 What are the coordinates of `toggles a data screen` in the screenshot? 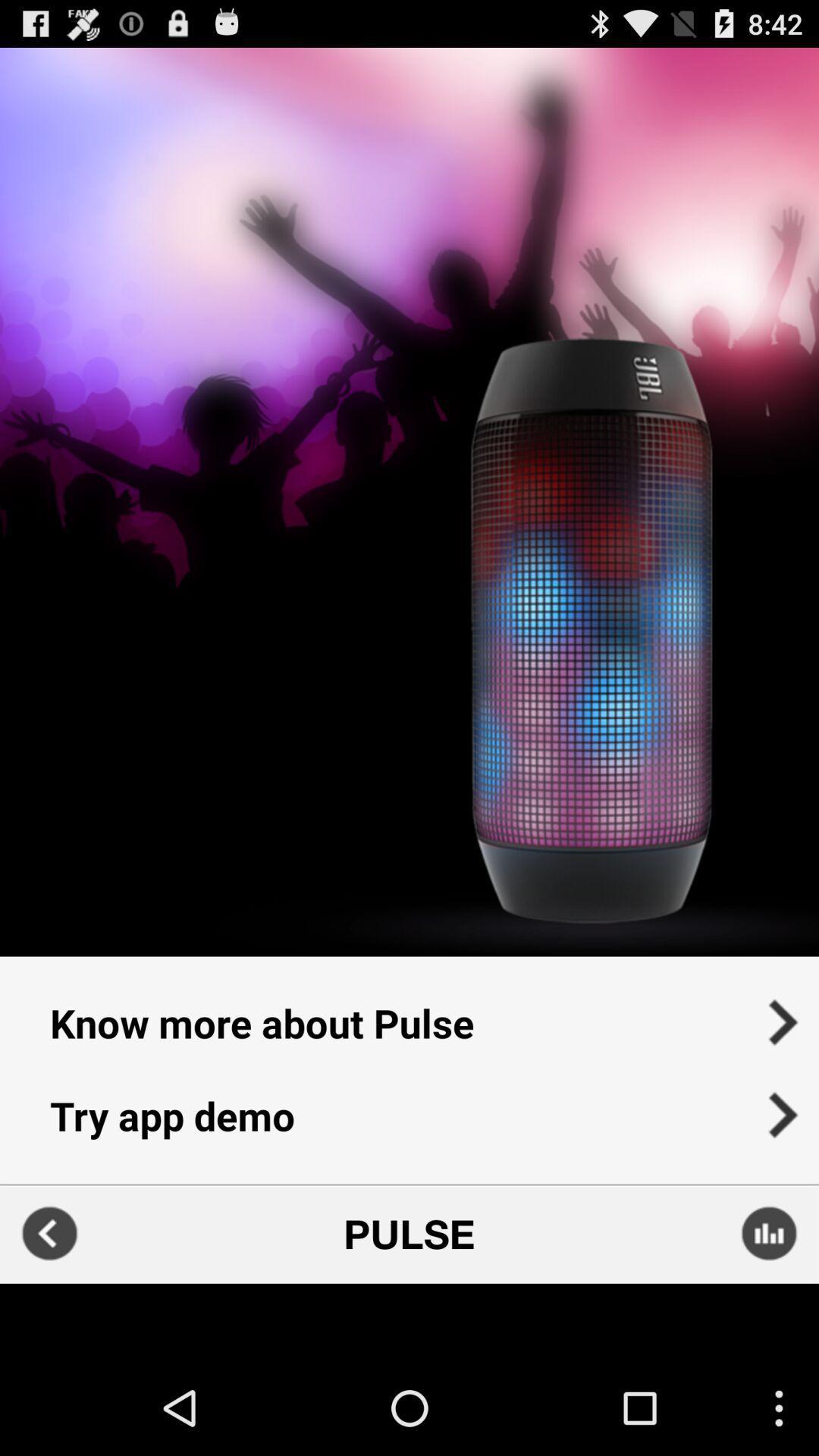 It's located at (769, 1234).